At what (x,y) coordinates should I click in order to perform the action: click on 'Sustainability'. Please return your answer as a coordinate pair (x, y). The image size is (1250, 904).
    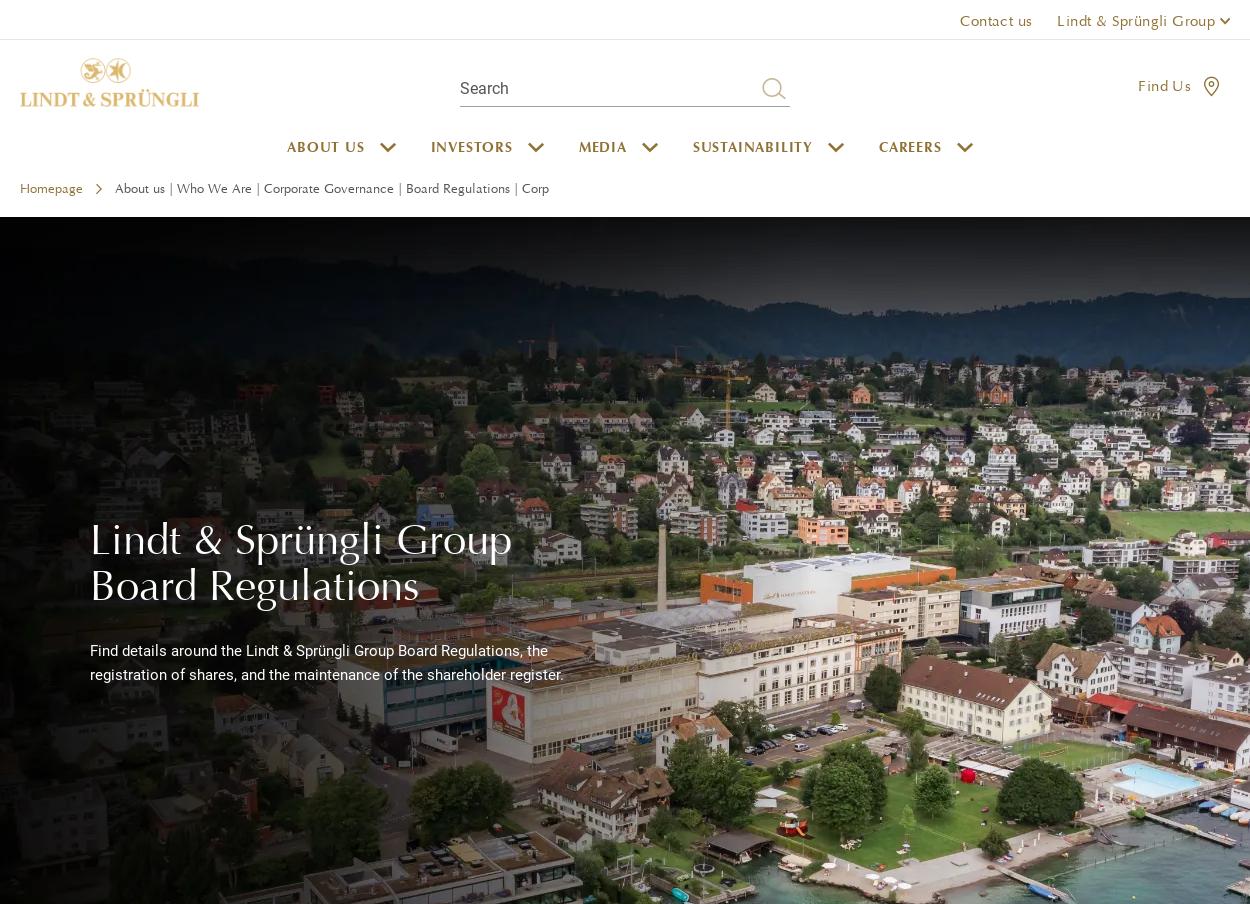
    Looking at the image, I should click on (691, 145).